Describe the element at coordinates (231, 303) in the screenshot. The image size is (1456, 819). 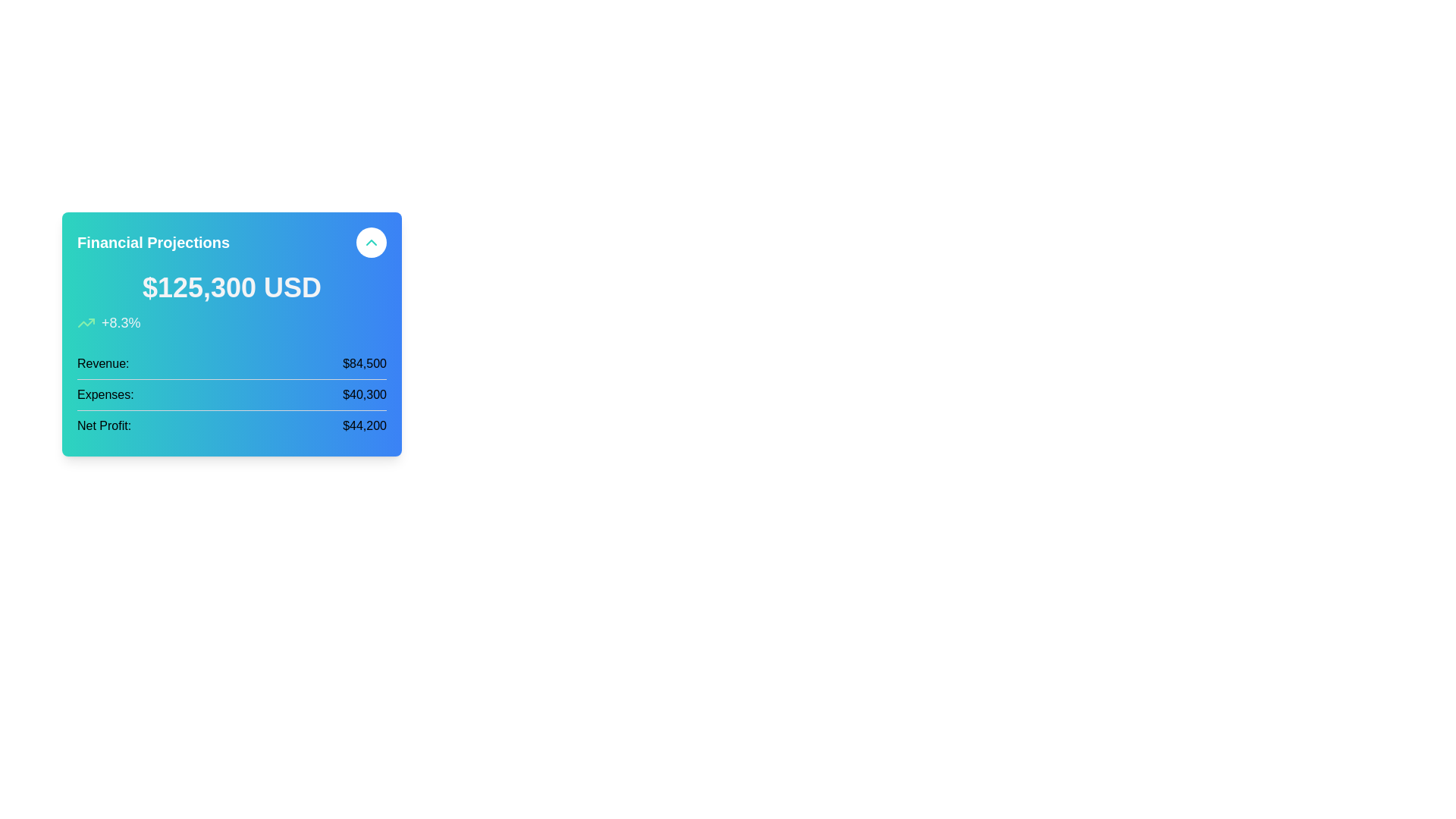
I see `the text display showing '$125,300 USD +8.3%' located below the title 'Financial Projections' in the financial summary card` at that location.